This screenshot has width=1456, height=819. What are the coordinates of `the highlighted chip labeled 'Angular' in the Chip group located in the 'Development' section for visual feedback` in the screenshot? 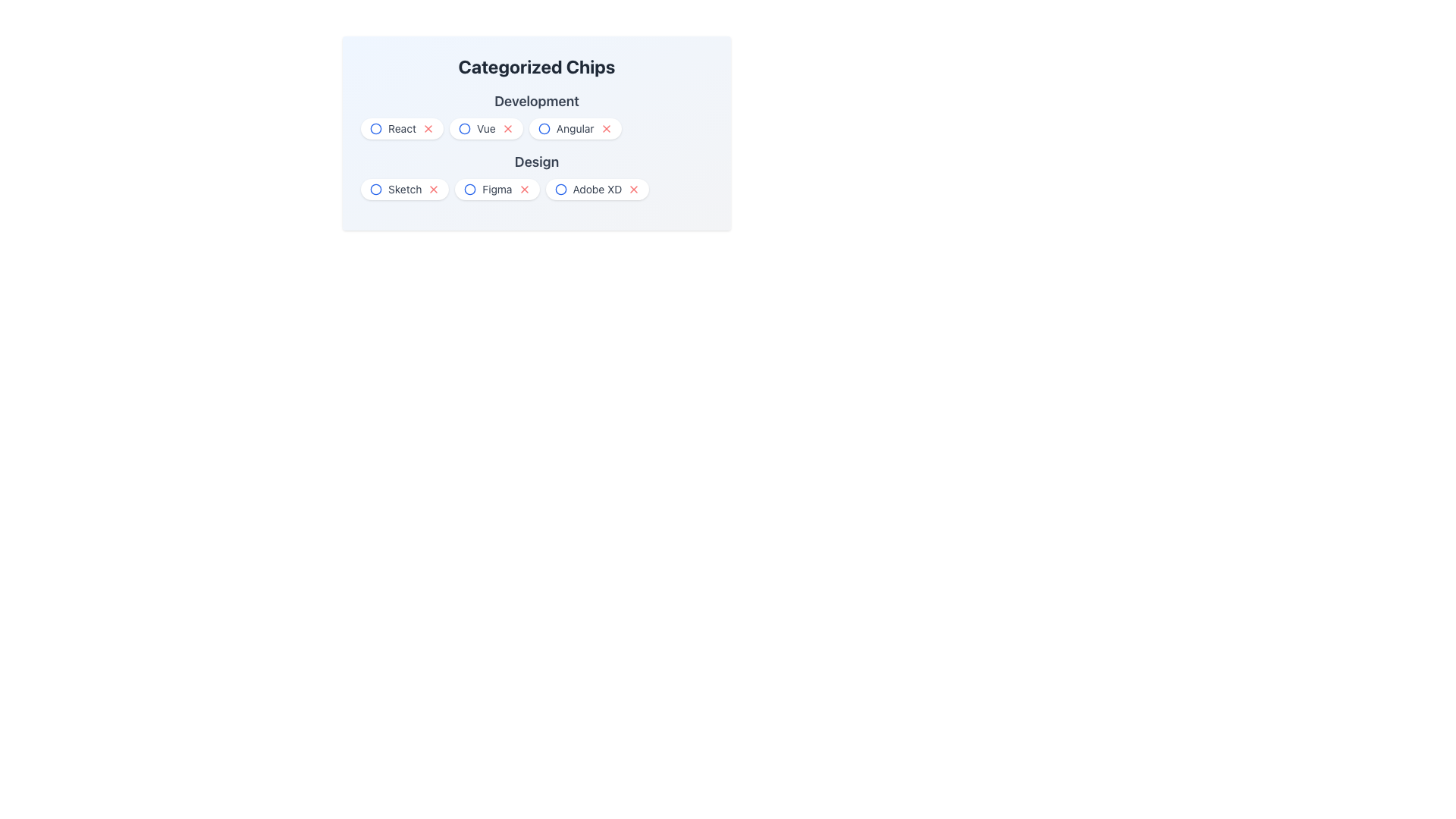 It's located at (537, 127).